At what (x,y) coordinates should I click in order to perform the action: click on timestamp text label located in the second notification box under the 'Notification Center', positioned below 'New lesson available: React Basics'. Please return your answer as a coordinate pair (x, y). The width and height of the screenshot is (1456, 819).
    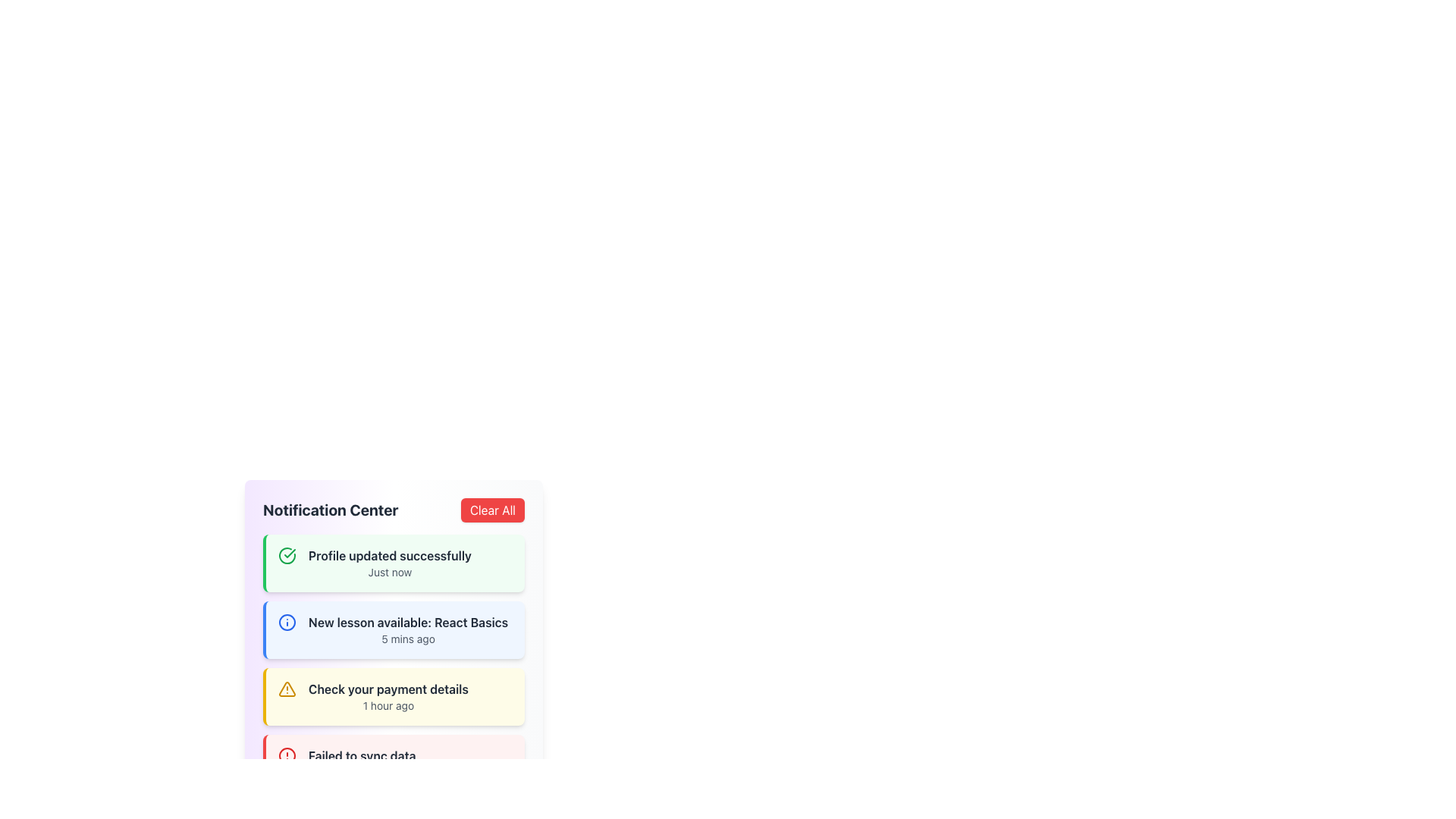
    Looking at the image, I should click on (408, 639).